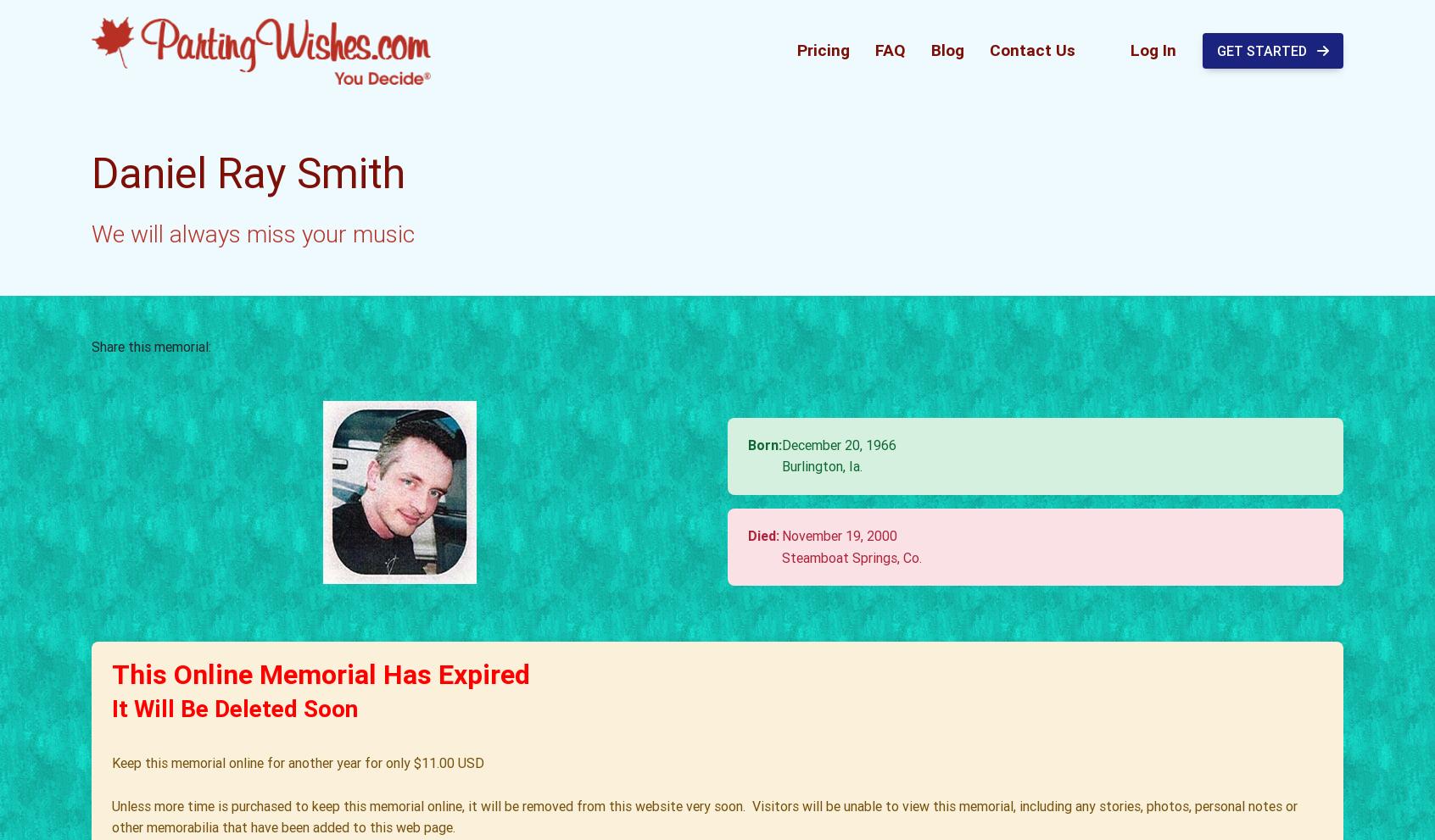 The height and width of the screenshot is (840, 1435). What do you see at coordinates (569, 90) in the screenshot?
I see `'I cannot believe it has been so long since I've last seen you. I miss you every day. I still hear you laugh. I still see you smile. I still remember running out of gas at 2 in the morning and pushing that damn truck UP the exit ramp, in heels no less!!! (and a week later running out again!)'` at bounding box center [569, 90].